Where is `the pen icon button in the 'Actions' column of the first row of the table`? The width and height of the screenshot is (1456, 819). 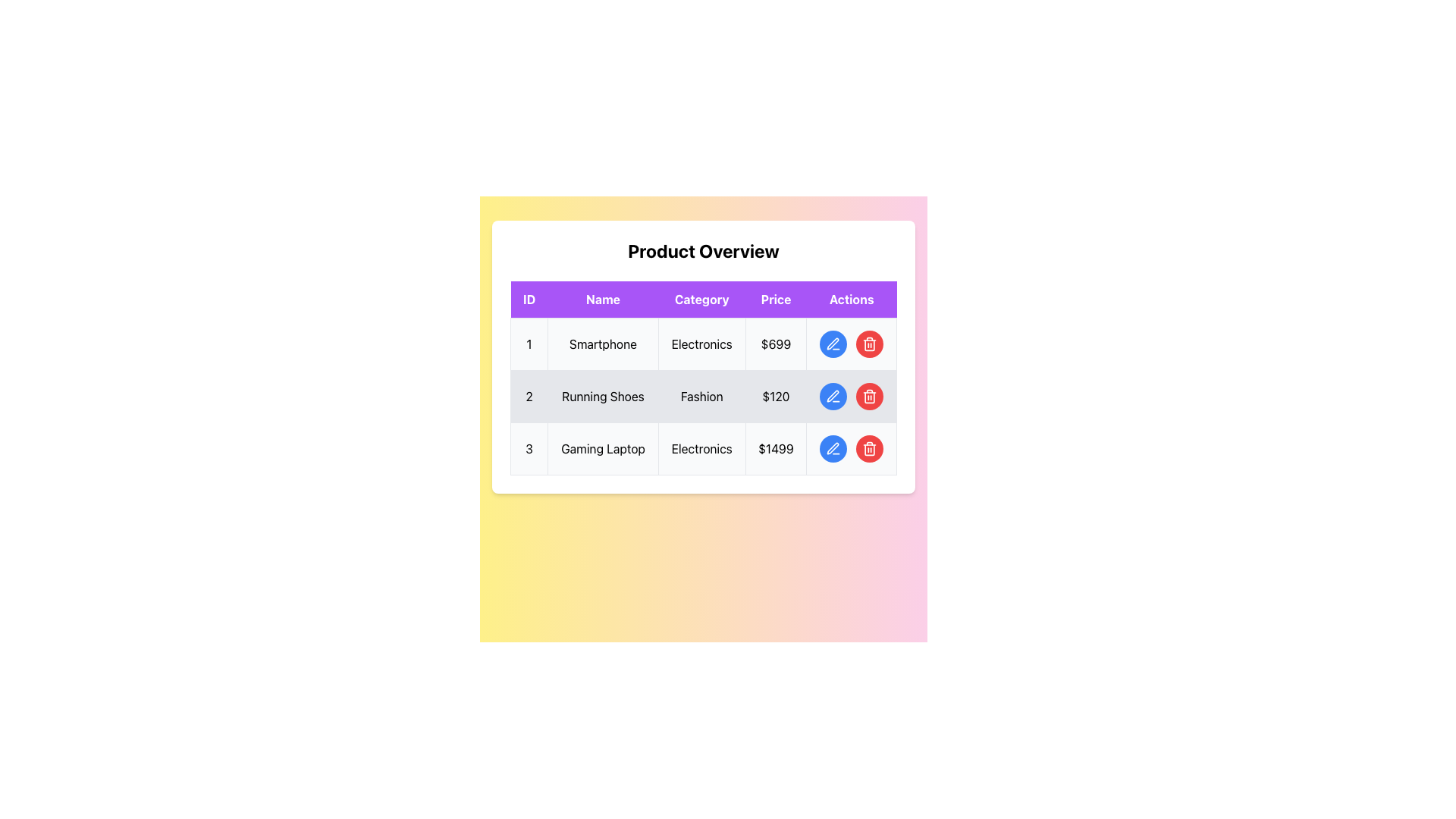
the pen icon button in the 'Actions' column of the first row of the table is located at coordinates (833, 447).